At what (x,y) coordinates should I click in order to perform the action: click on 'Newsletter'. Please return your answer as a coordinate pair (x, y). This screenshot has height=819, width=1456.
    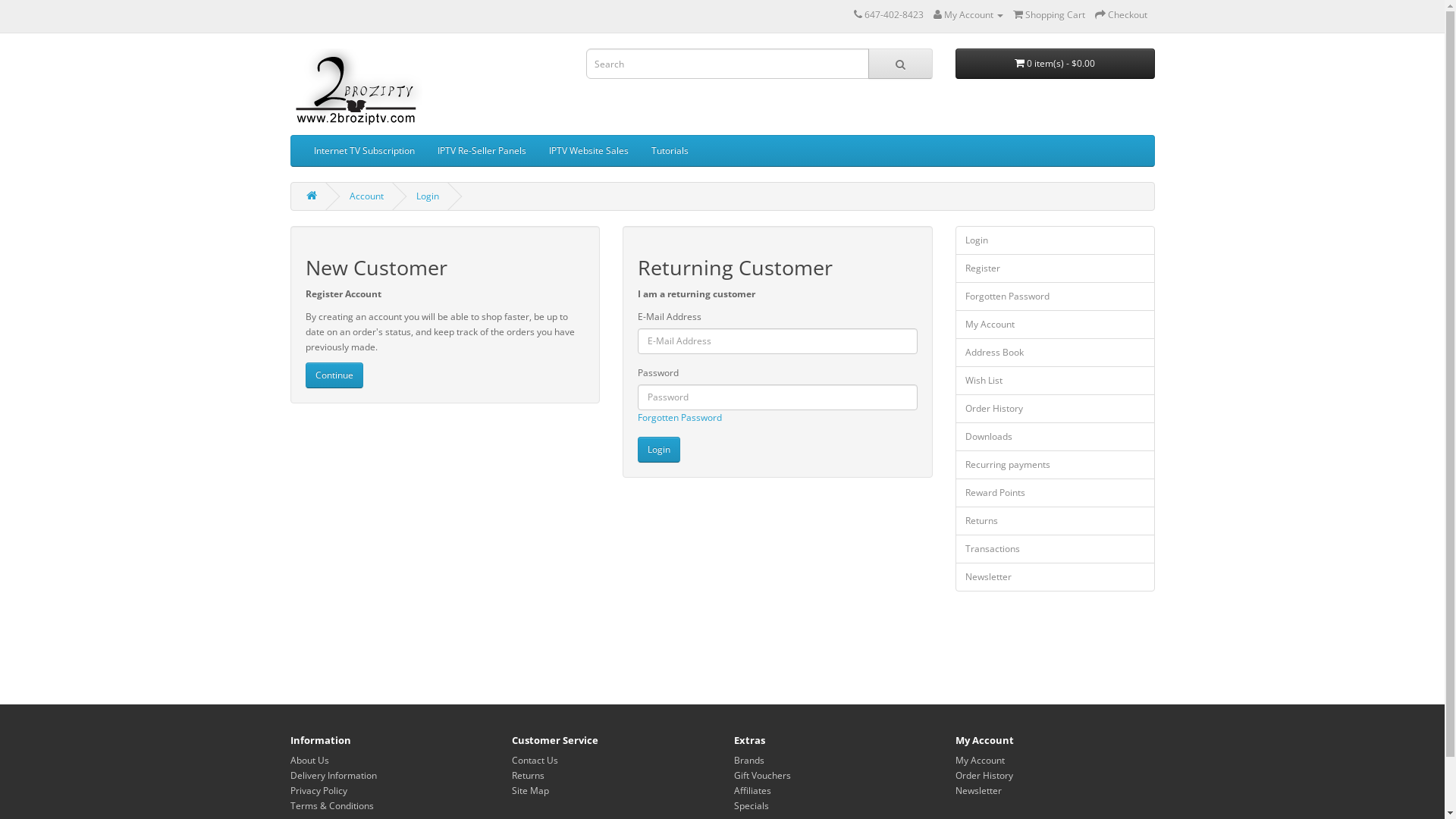
    Looking at the image, I should click on (1054, 576).